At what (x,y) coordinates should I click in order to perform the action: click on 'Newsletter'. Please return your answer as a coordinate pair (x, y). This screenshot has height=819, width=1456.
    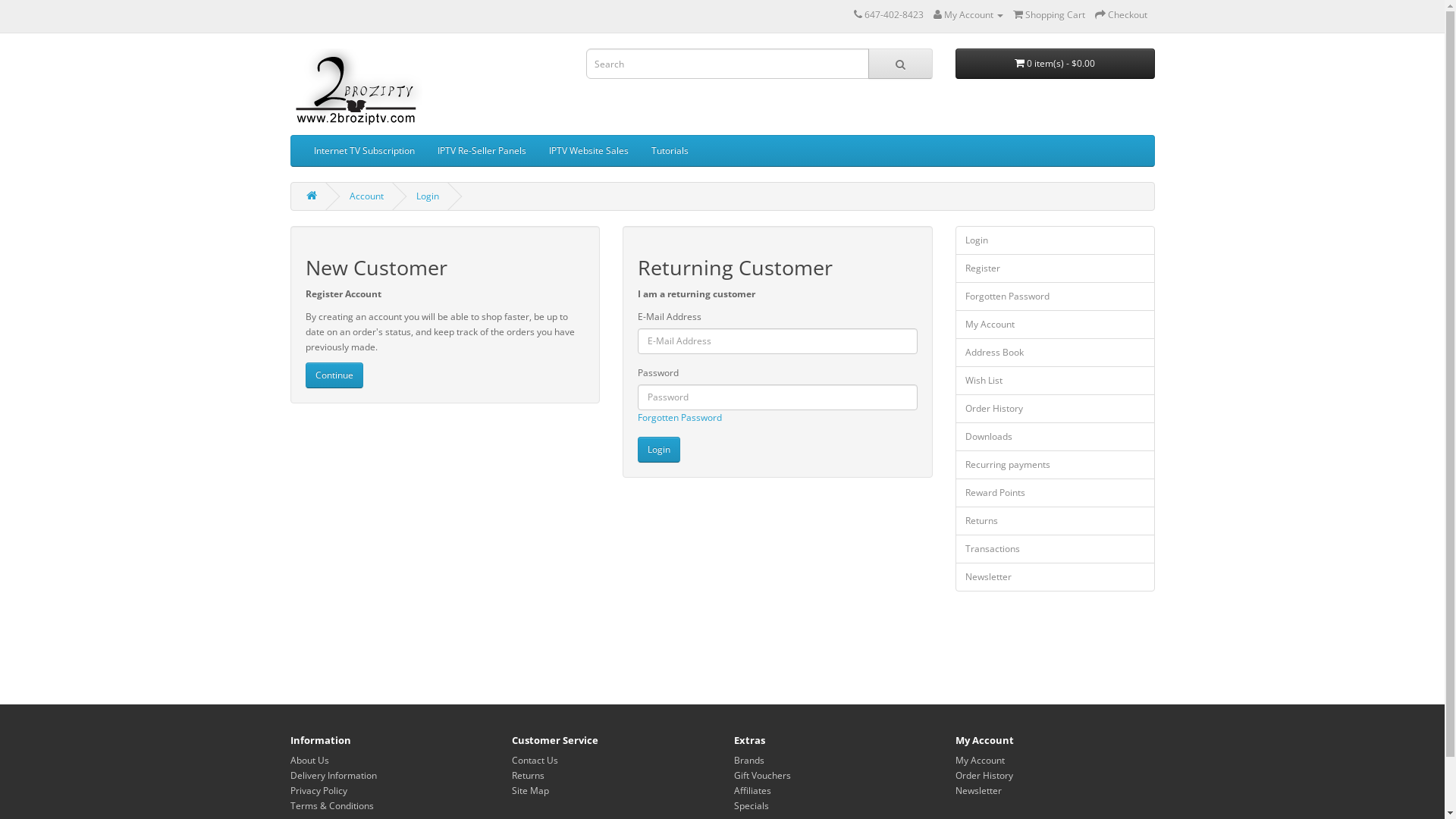
    Looking at the image, I should click on (1054, 576).